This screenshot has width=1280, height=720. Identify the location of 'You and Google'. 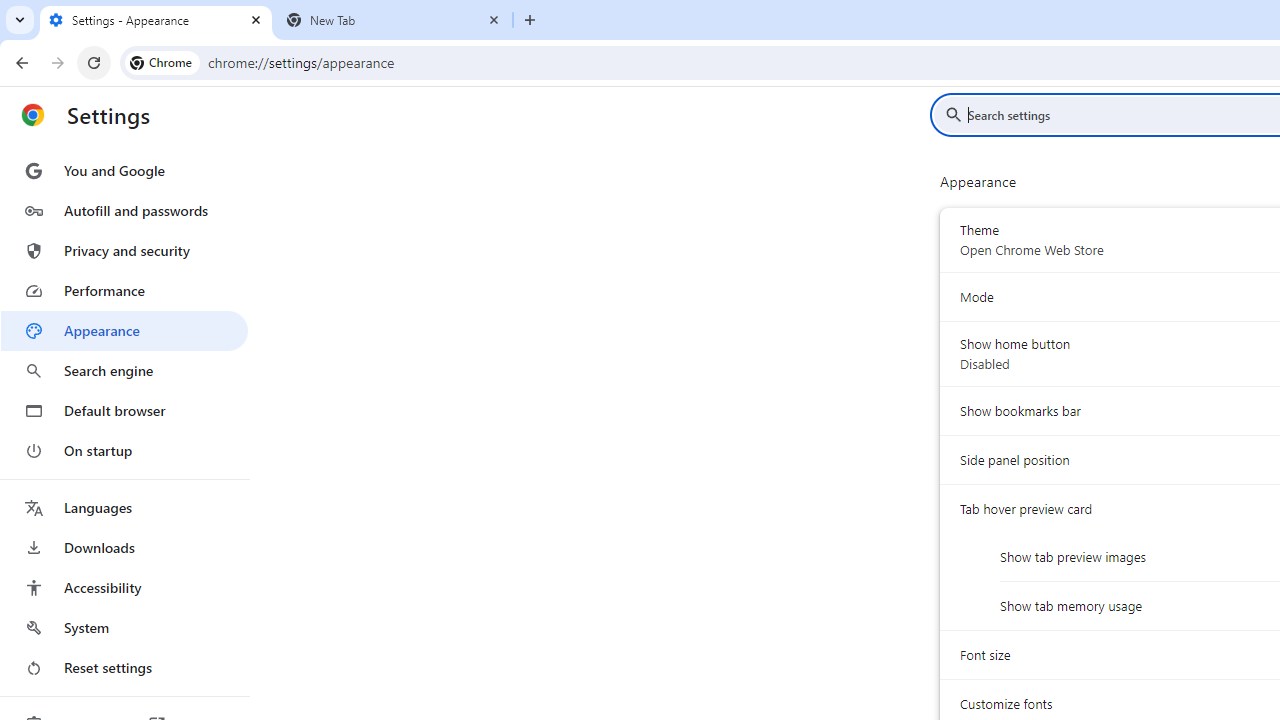
(123, 170).